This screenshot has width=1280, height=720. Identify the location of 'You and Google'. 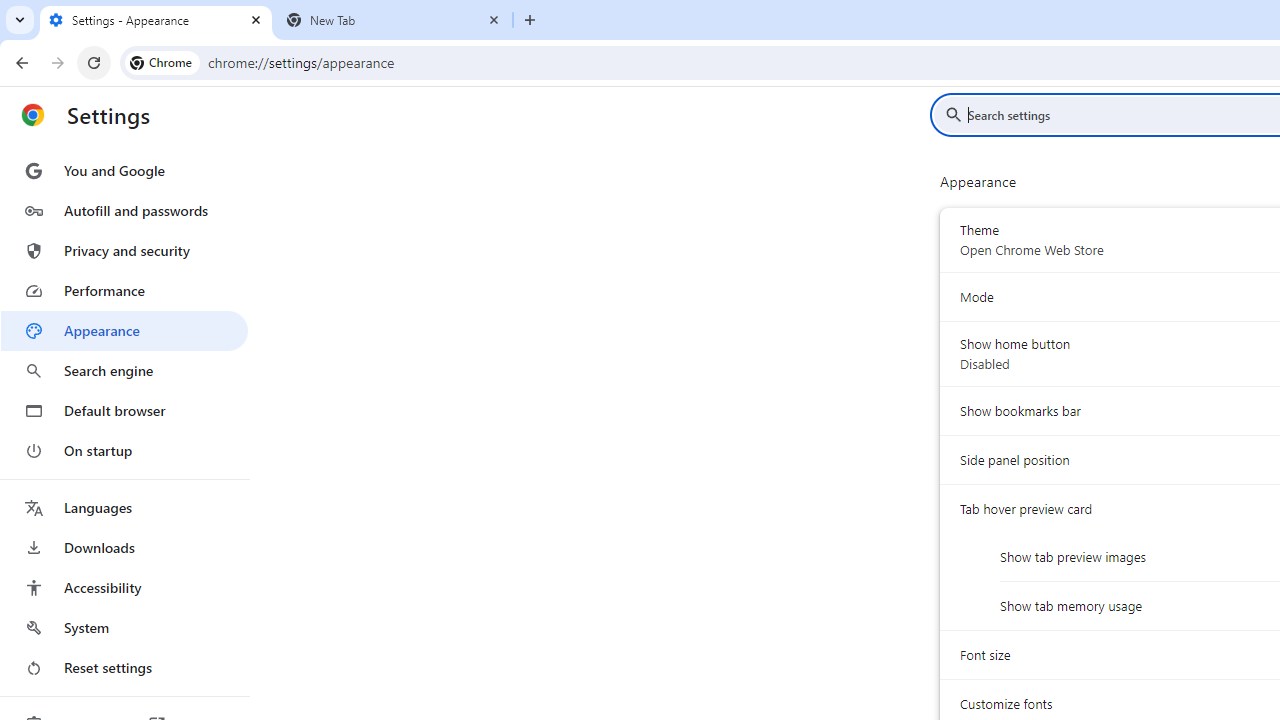
(123, 170).